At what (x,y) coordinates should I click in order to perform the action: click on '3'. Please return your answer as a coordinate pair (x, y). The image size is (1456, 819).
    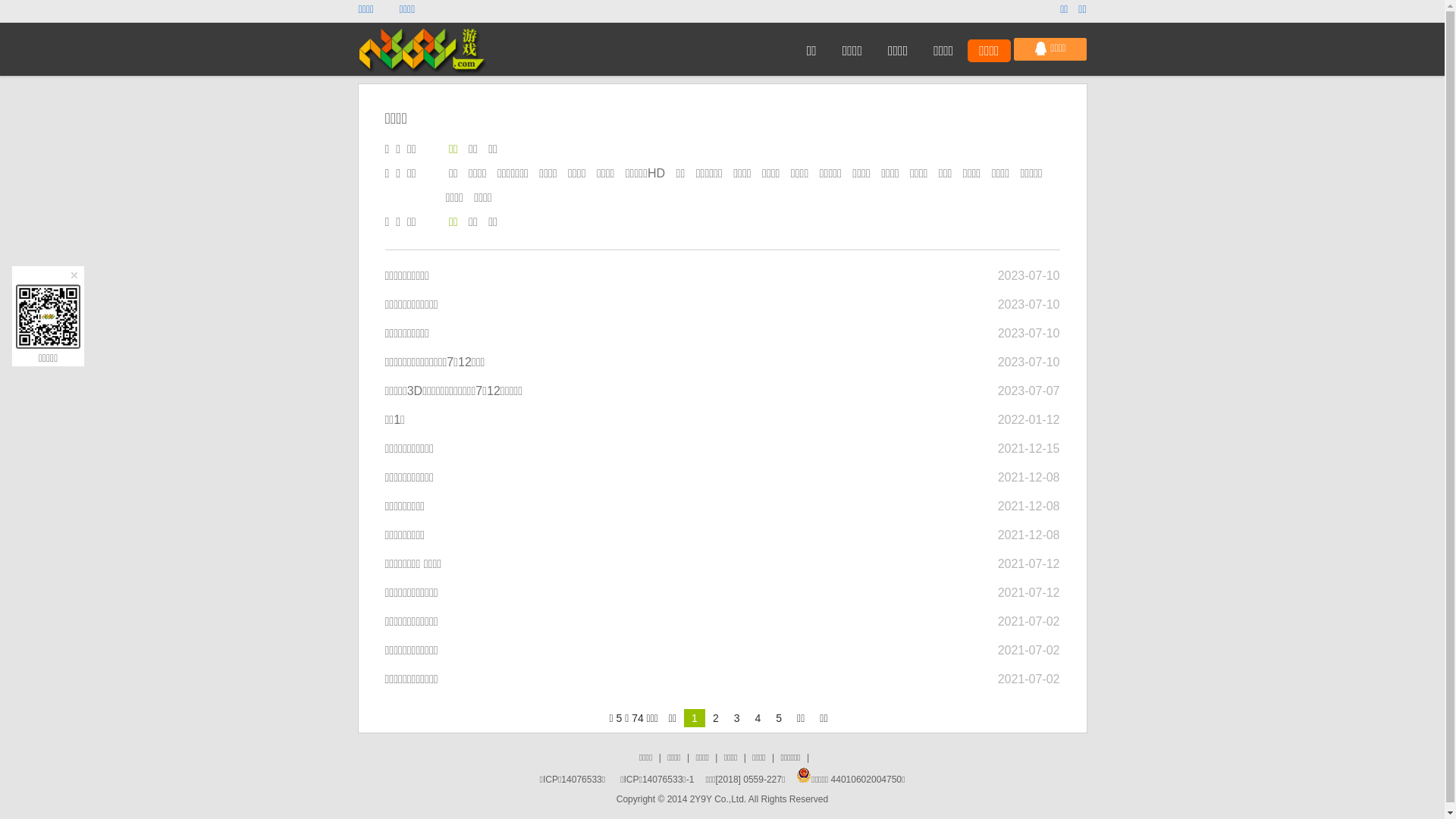
    Looking at the image, I should click on (736, 717).